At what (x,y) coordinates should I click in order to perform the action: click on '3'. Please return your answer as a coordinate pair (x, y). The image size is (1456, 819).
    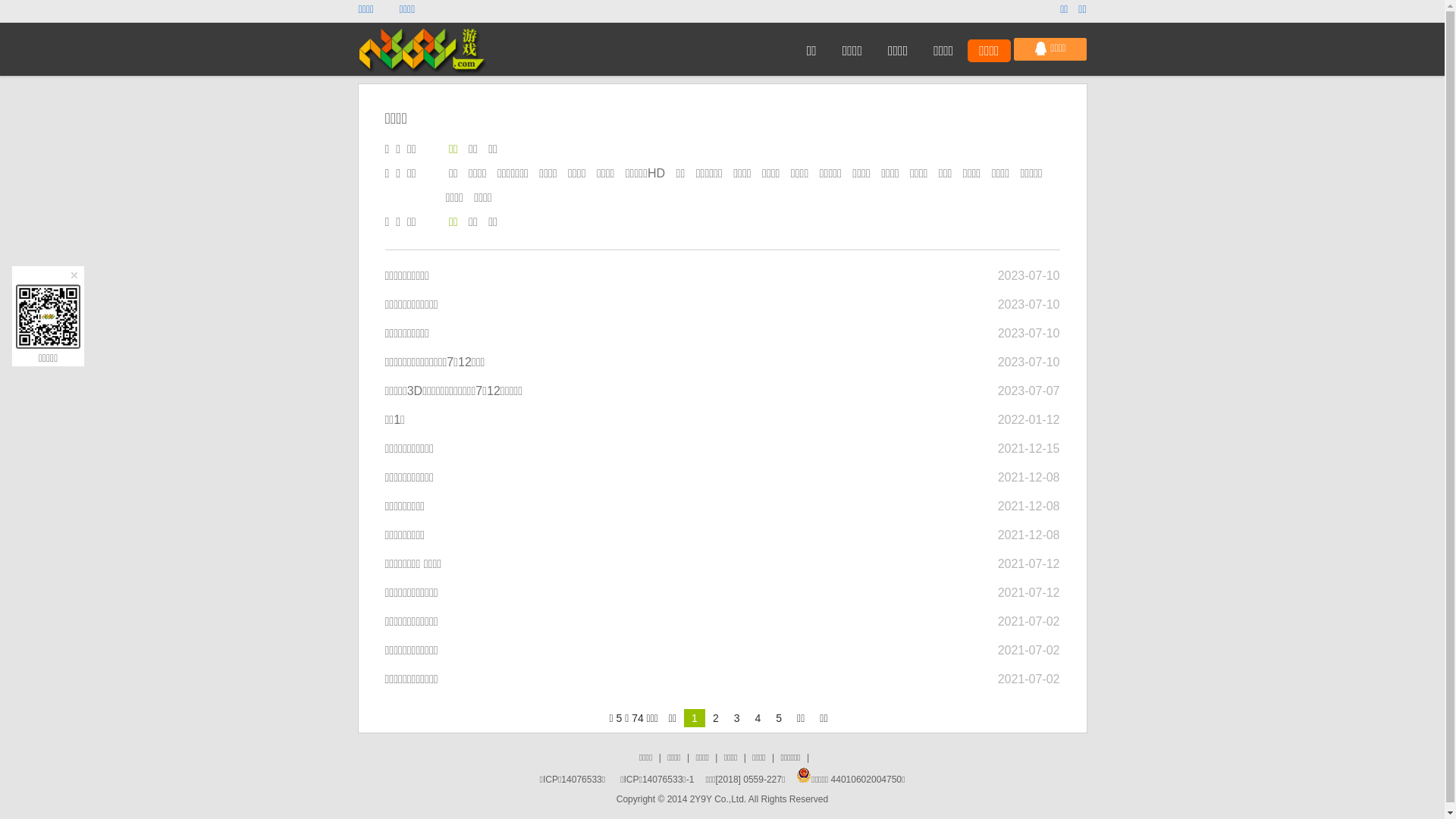
    Looking at the image, I should click on (736, 717).